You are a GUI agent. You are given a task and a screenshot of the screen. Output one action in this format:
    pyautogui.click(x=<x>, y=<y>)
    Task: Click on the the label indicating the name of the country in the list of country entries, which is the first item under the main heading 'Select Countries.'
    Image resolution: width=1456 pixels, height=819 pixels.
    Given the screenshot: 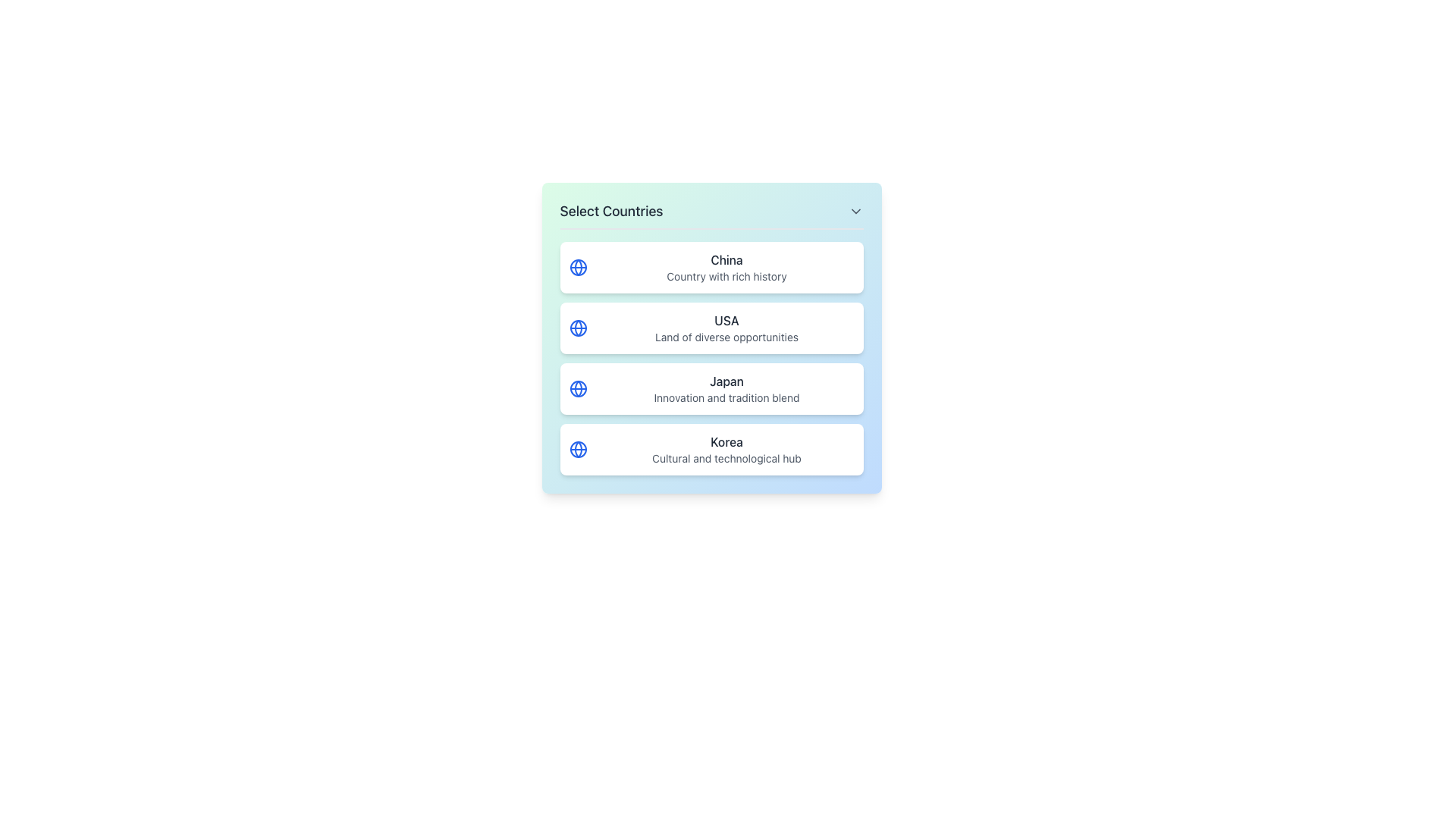 What is the action you would take?
    pyautogui.click(x=726, y=259)
    